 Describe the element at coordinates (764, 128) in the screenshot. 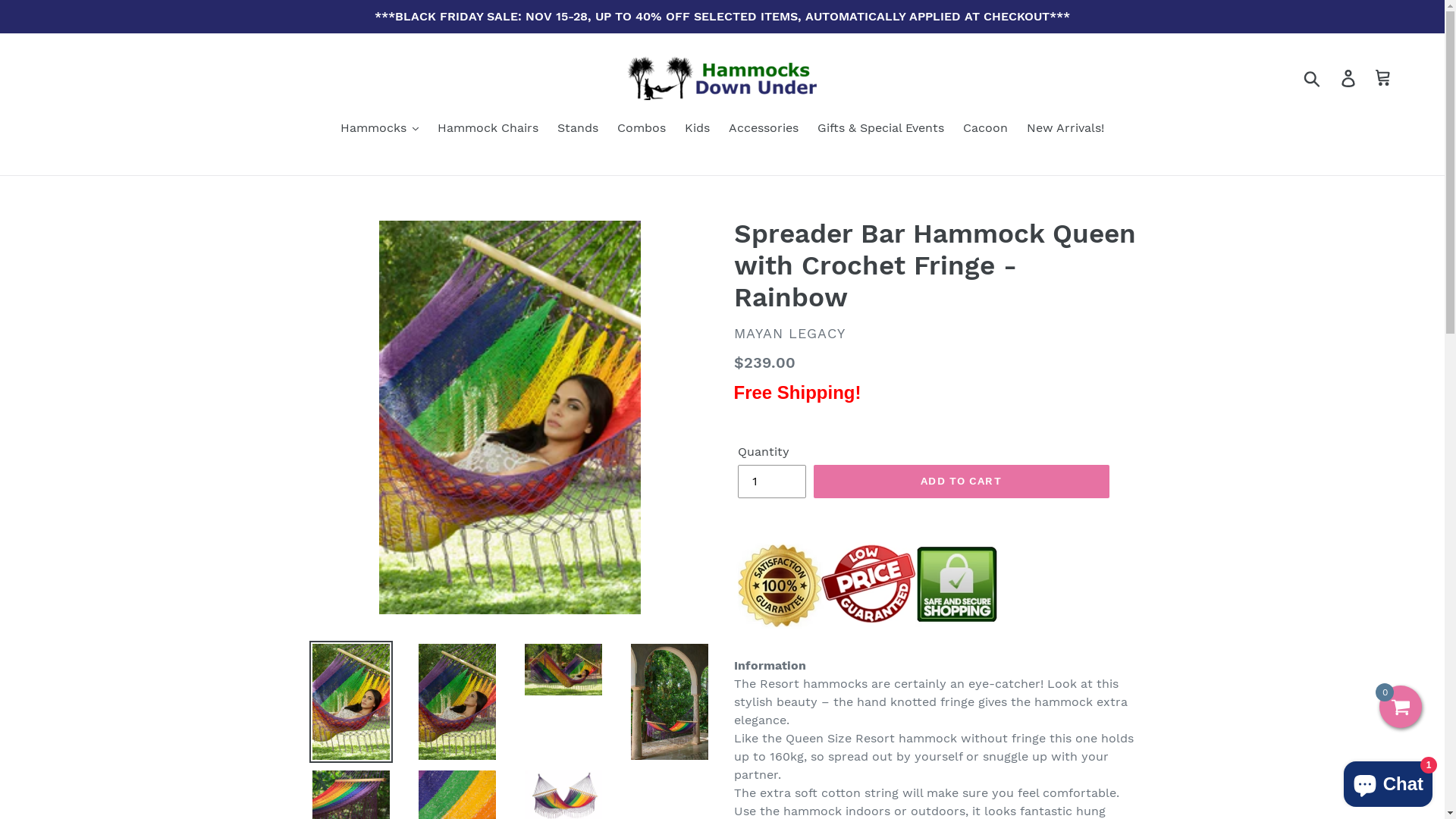

I see `'Accessories'` at that location.